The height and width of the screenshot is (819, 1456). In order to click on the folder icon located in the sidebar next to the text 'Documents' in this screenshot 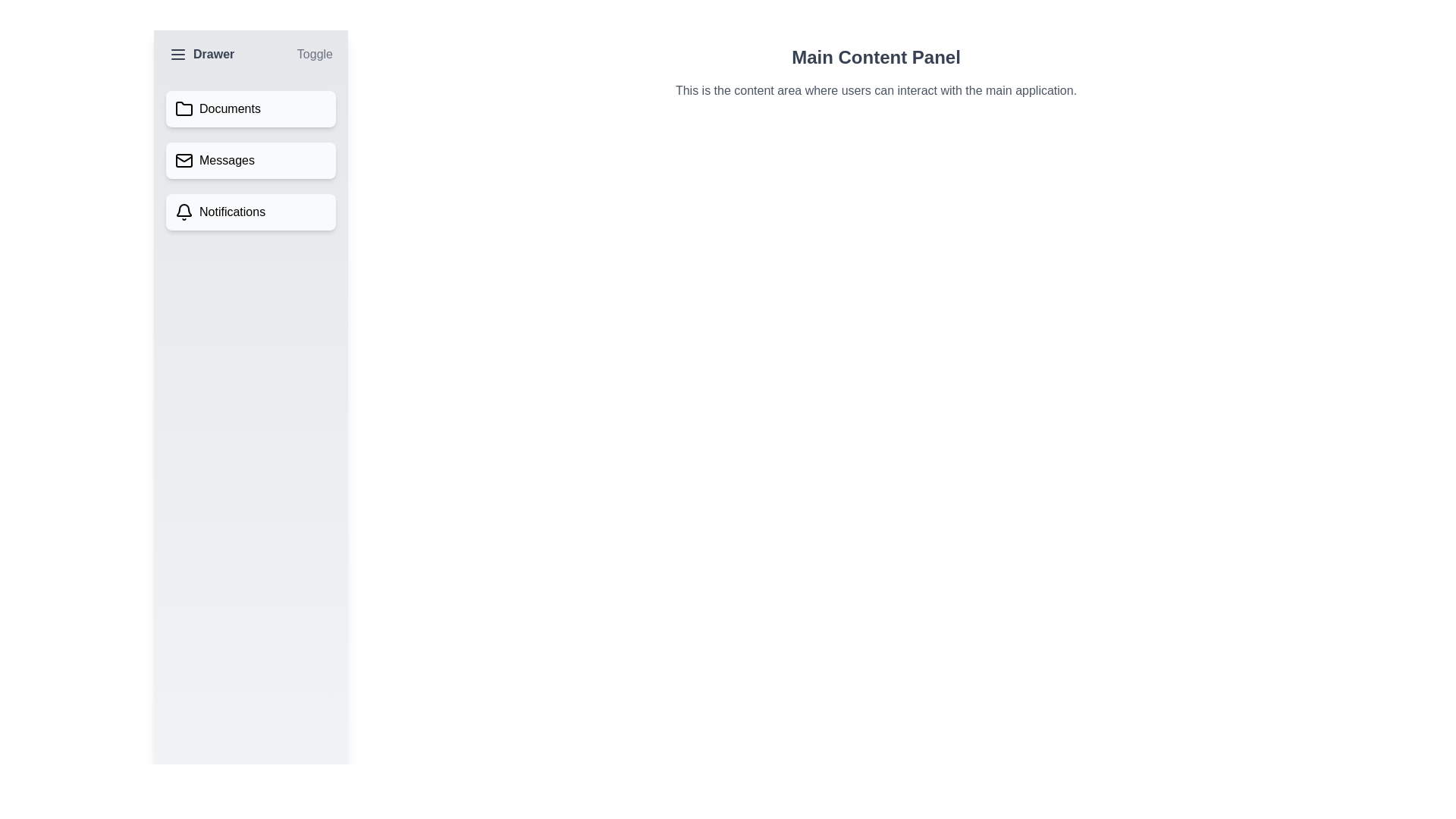, I will do `click(184, 108)`.